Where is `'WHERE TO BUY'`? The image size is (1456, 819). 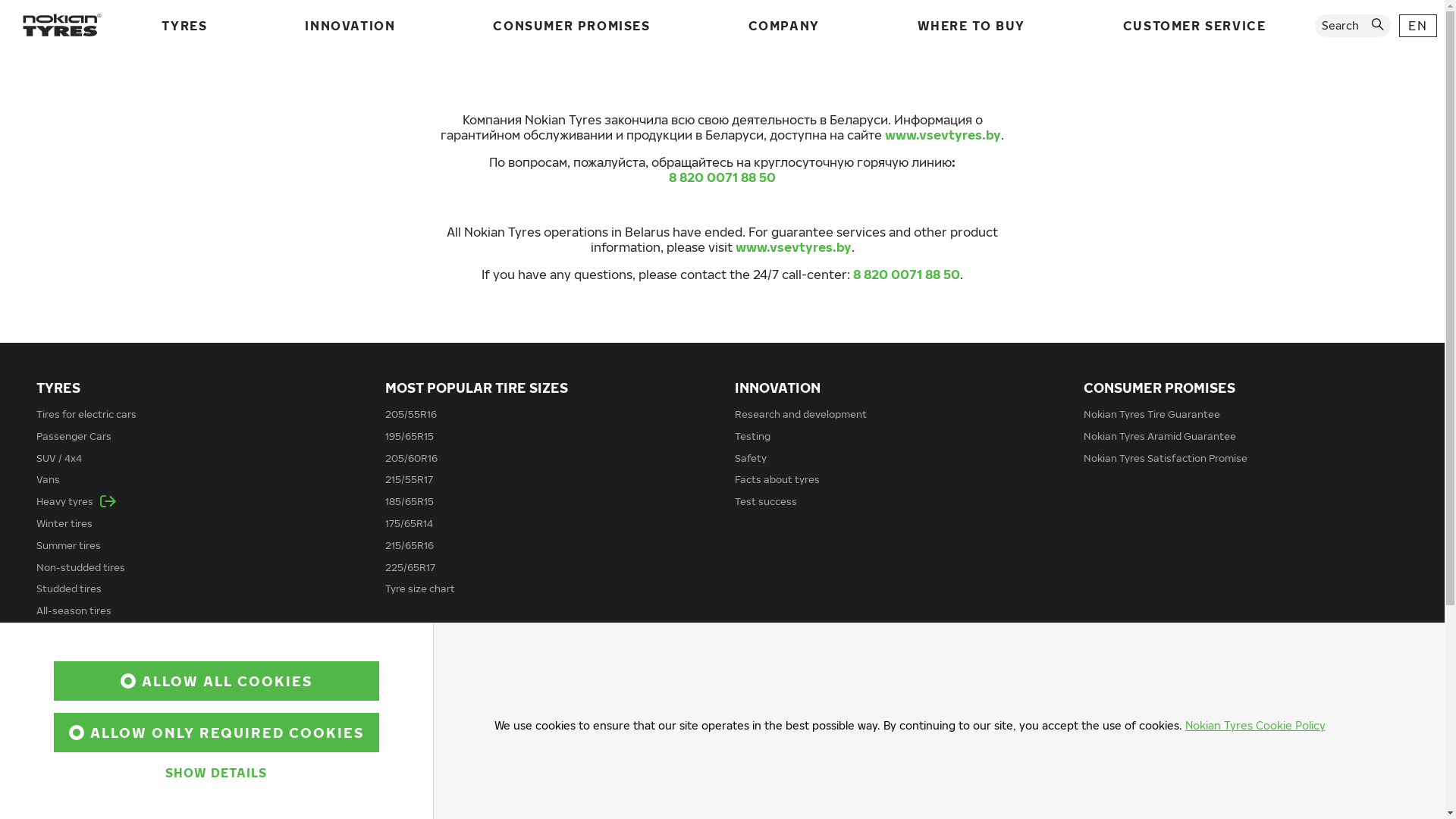 'WHERE TO BUY' is located at coordinates (971, 26).